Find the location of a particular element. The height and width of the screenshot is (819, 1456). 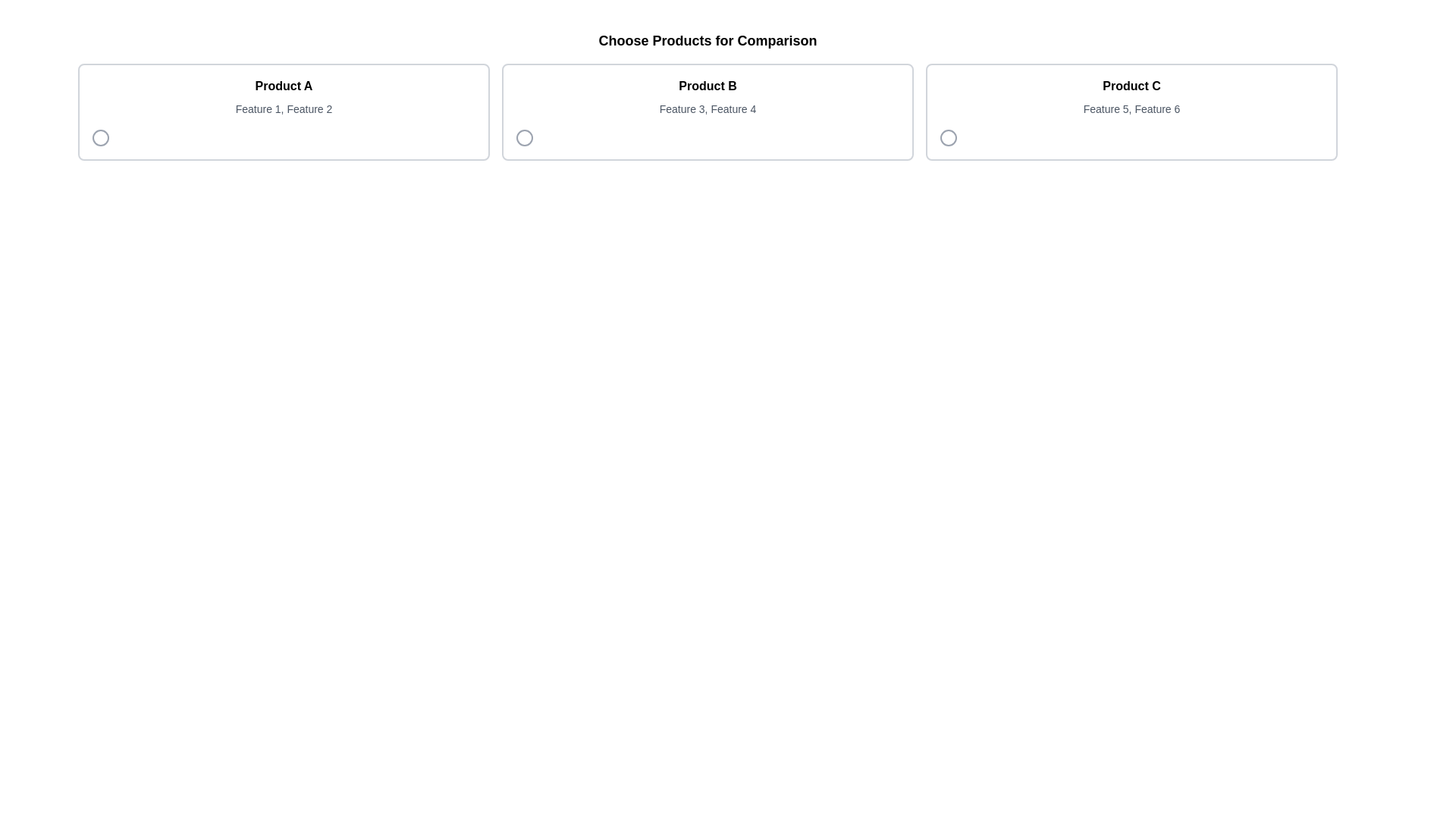

the circular icon located next to the product titled 'Product B' is located at coordinates (524, 137).